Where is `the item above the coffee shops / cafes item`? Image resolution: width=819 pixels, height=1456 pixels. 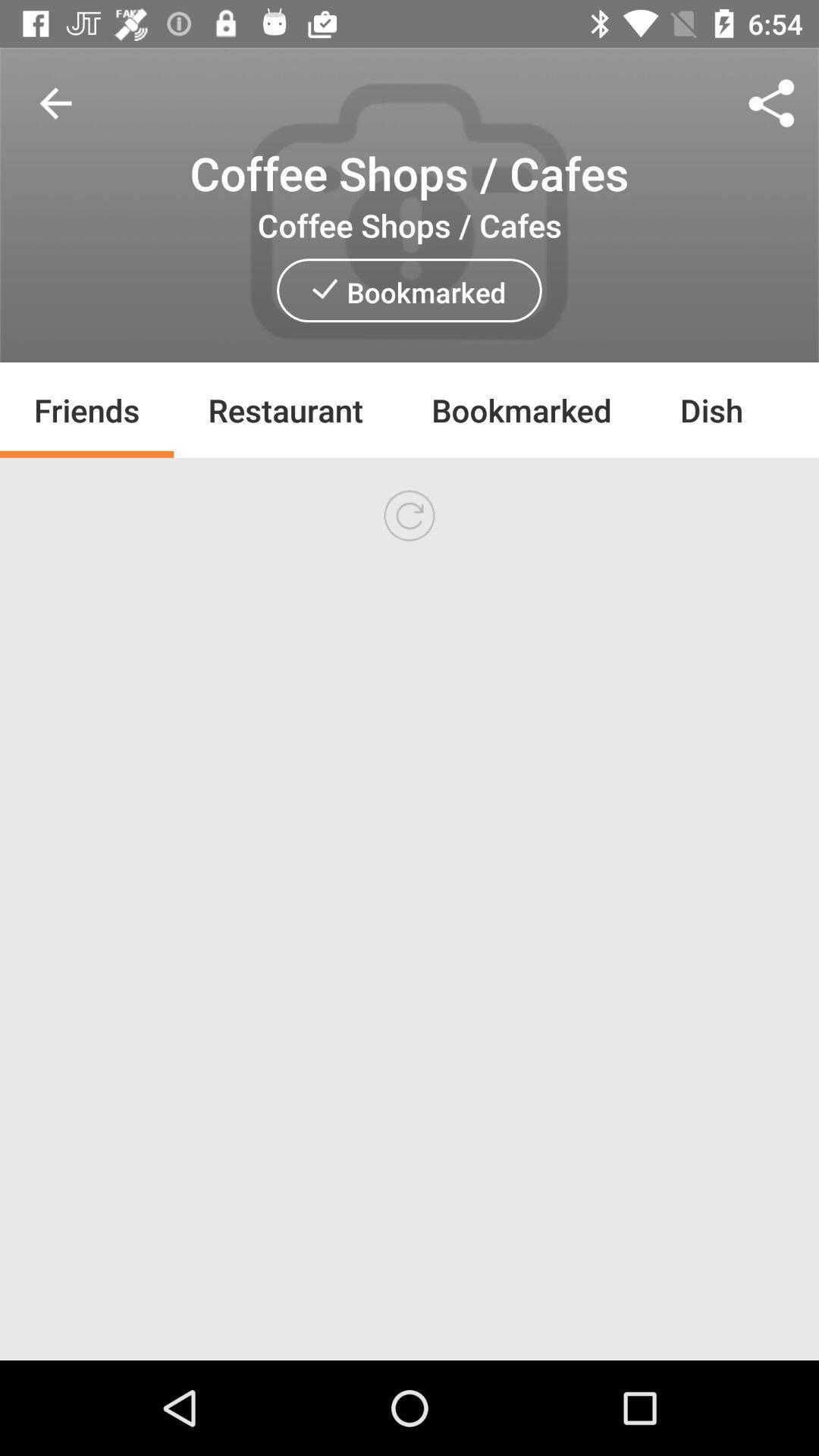
the item above the coffee shops / cafes item is located at coordinates (55, 102).